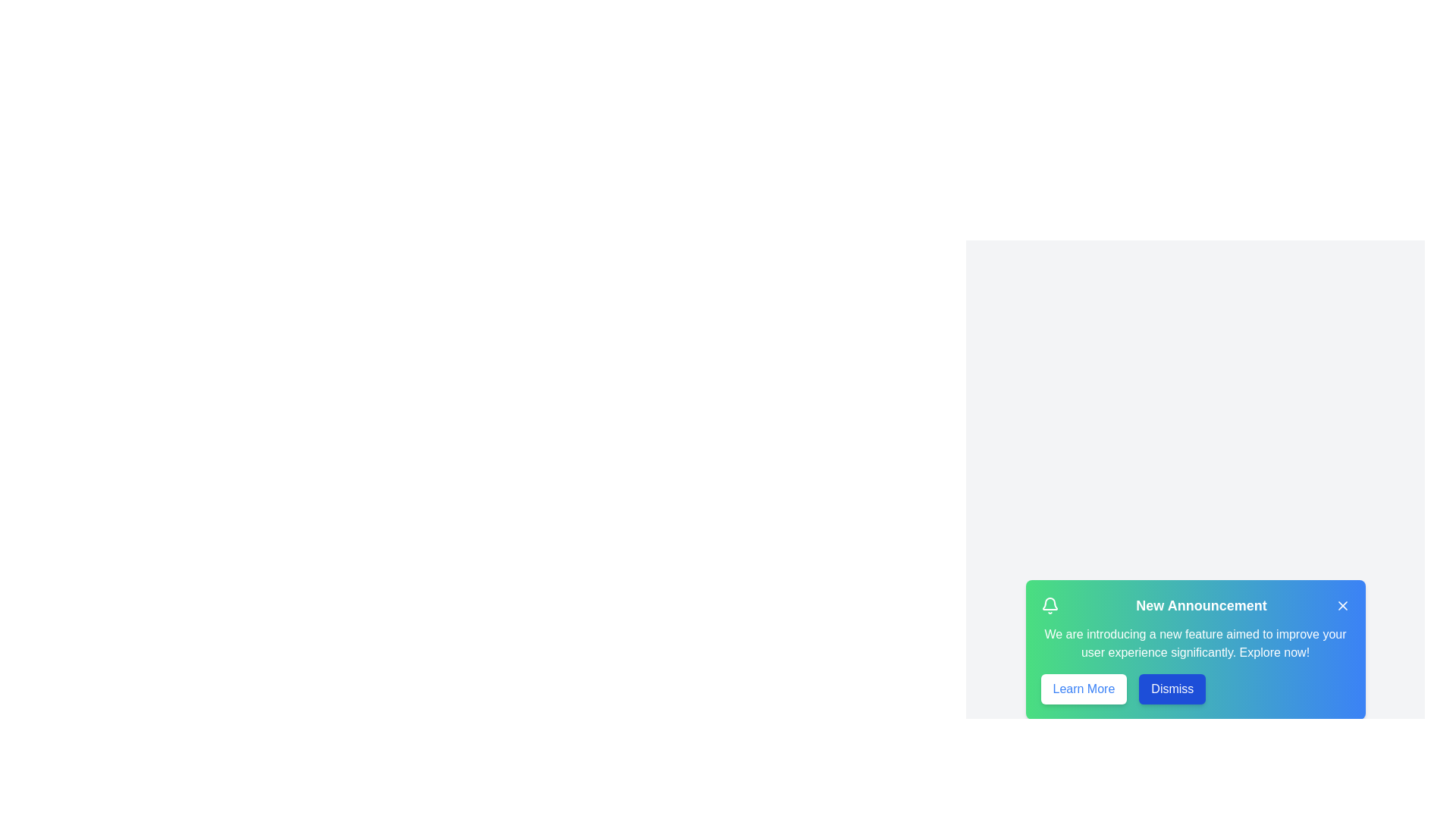 Image resolution: width=1456 pixels, height=819 pixels. Describe the element at coordinates (1194, 643) in the screenshot. I see `text block displaying the message 'We are introducing a new feature aimed to improve your user experience significantly. Explore now!' which is styled in a white font within a rounded notification box` at that location.